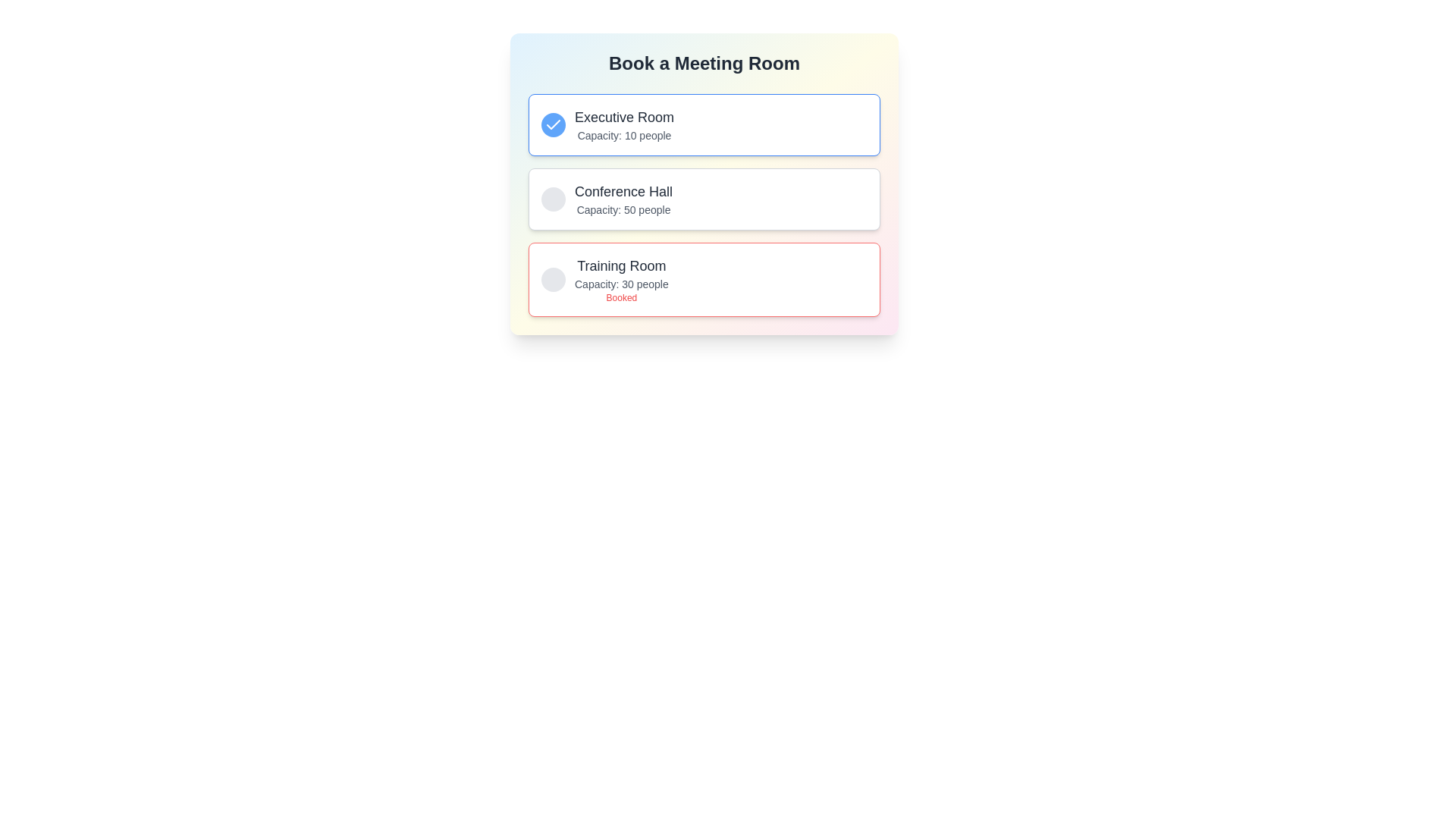 Image resolution: width=1456 pixels, height=819 pixels. What do you see at coordinates (704, 280) in the screenshot?
I see `the 'Training Room' informational card, which is the last item` at bounding box center [704, 280].